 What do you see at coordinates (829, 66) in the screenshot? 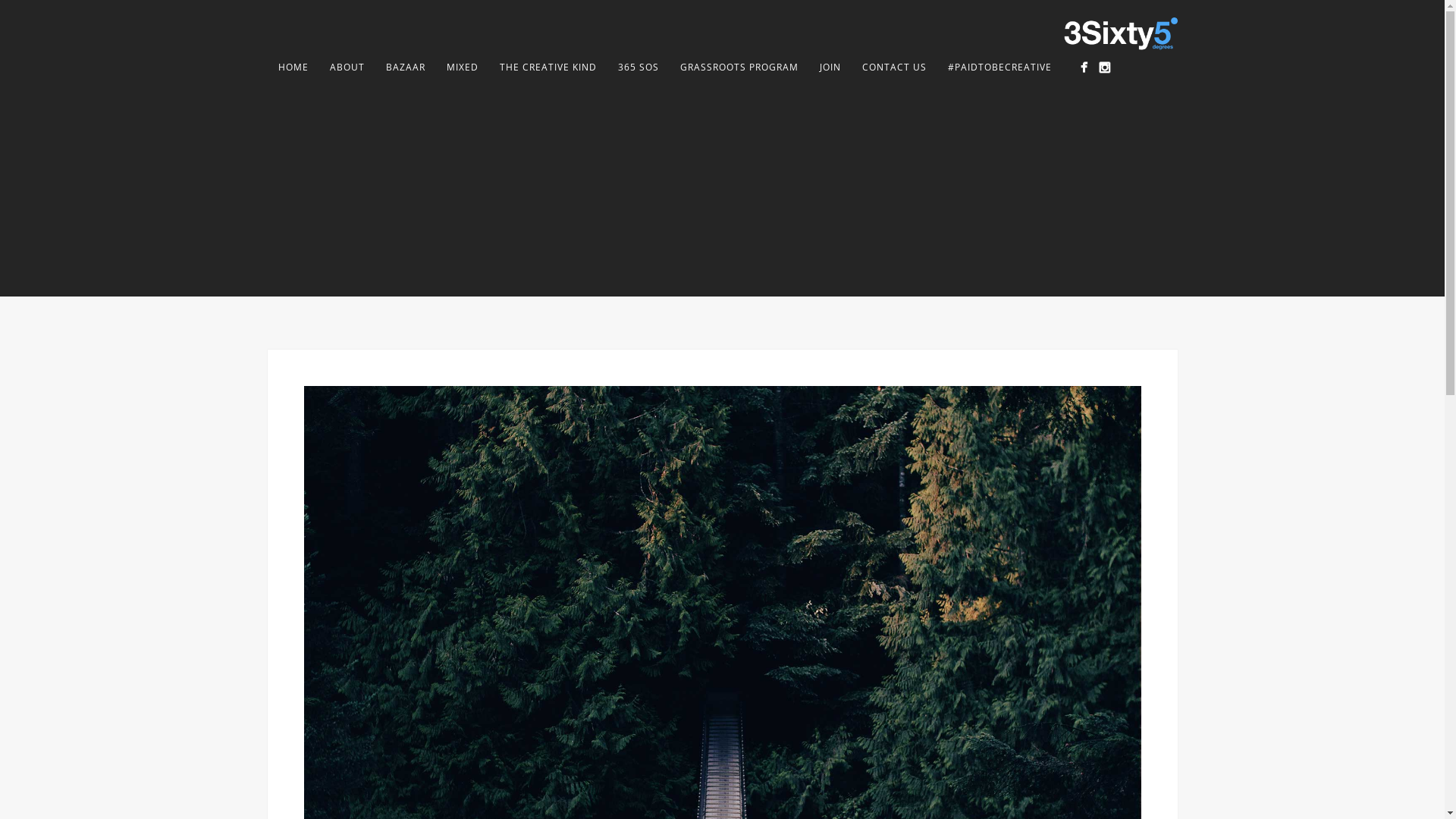
I see `'JOIN'` at bounding box center [829, 66].